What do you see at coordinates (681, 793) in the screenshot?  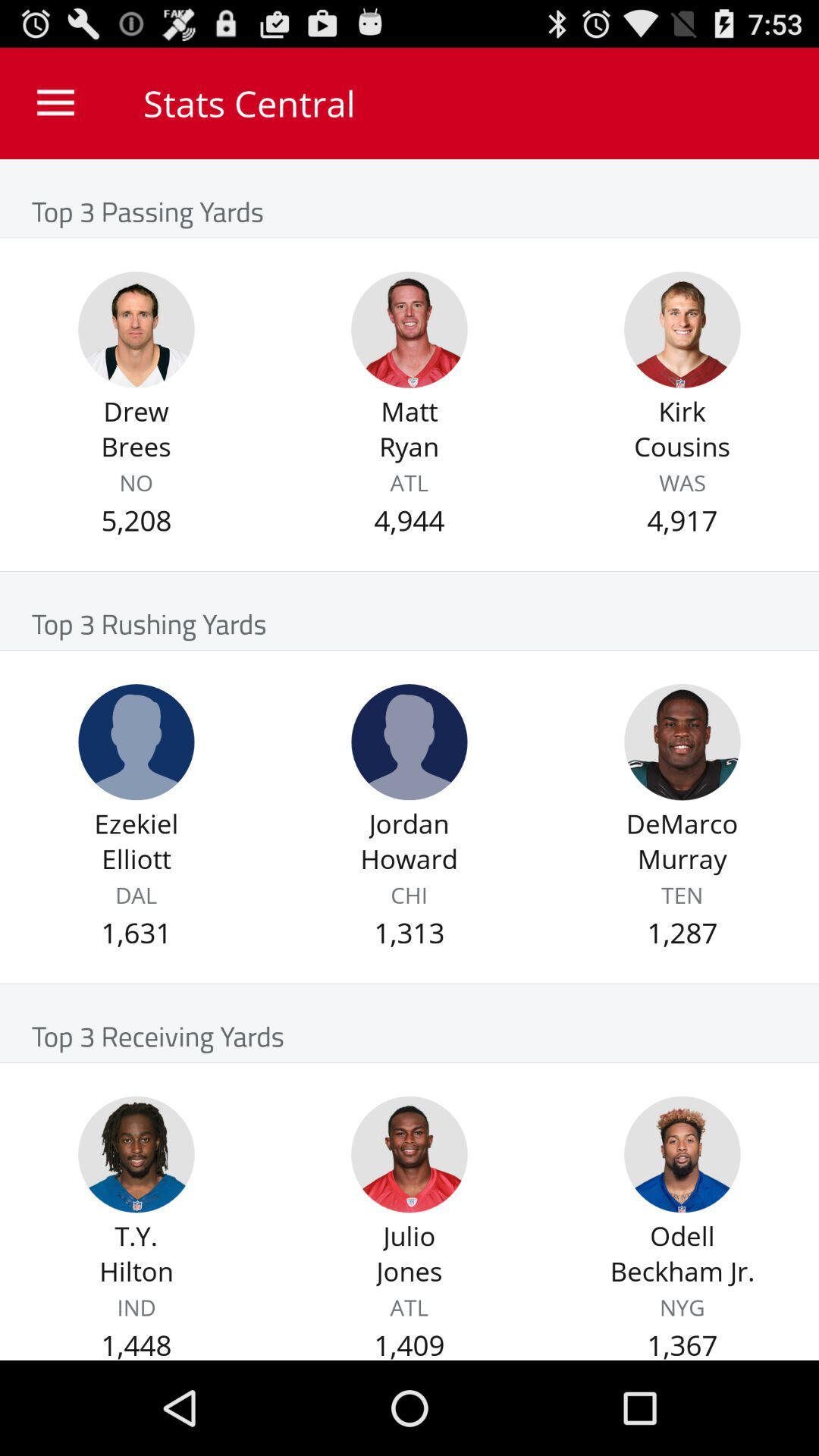 I see `the avatar icon` at bounding box center [681, 793].